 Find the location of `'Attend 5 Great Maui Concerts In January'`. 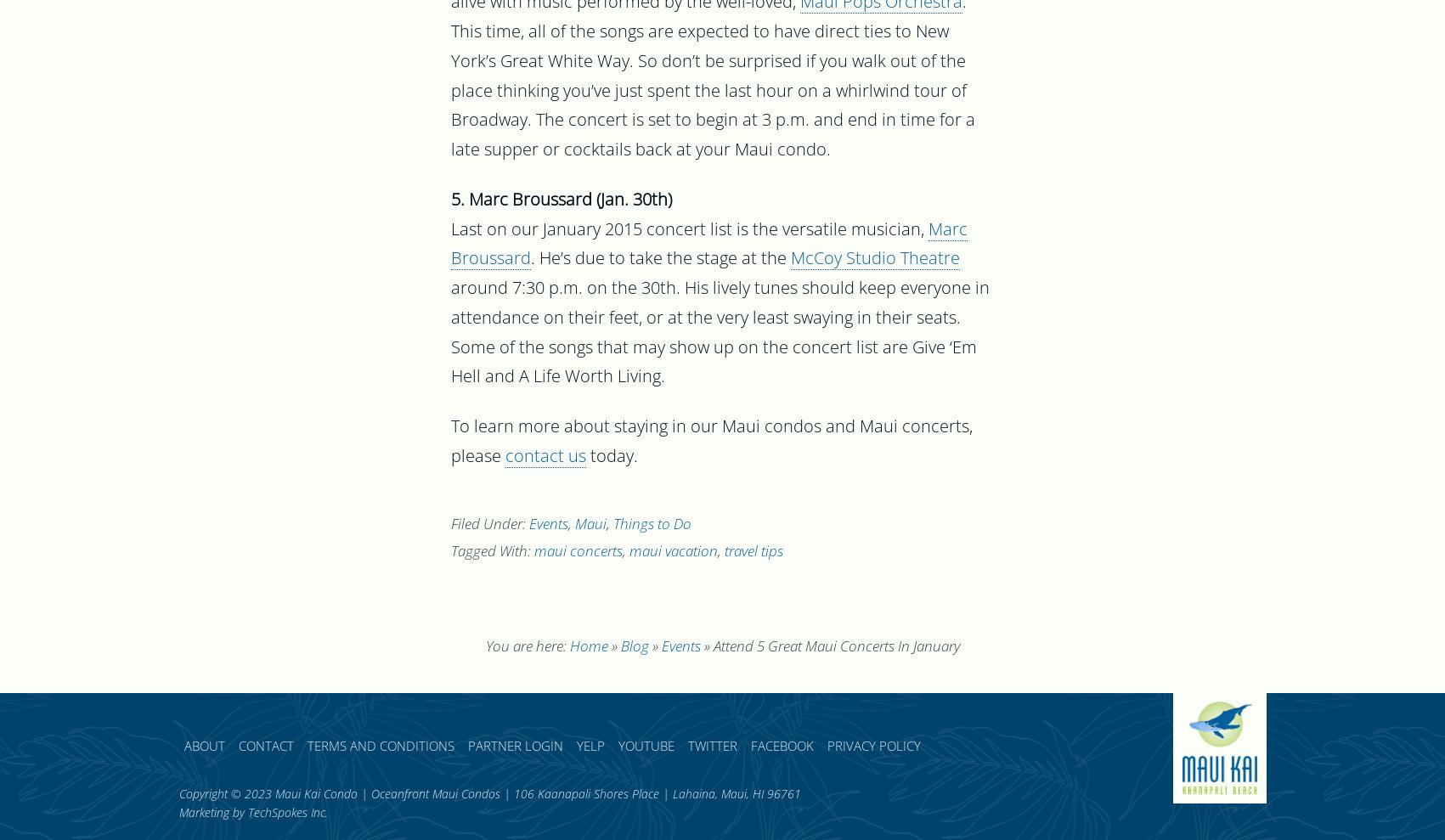

'Attend 5 Great Maui Concerts In January' is located at coordinates (836, 648).